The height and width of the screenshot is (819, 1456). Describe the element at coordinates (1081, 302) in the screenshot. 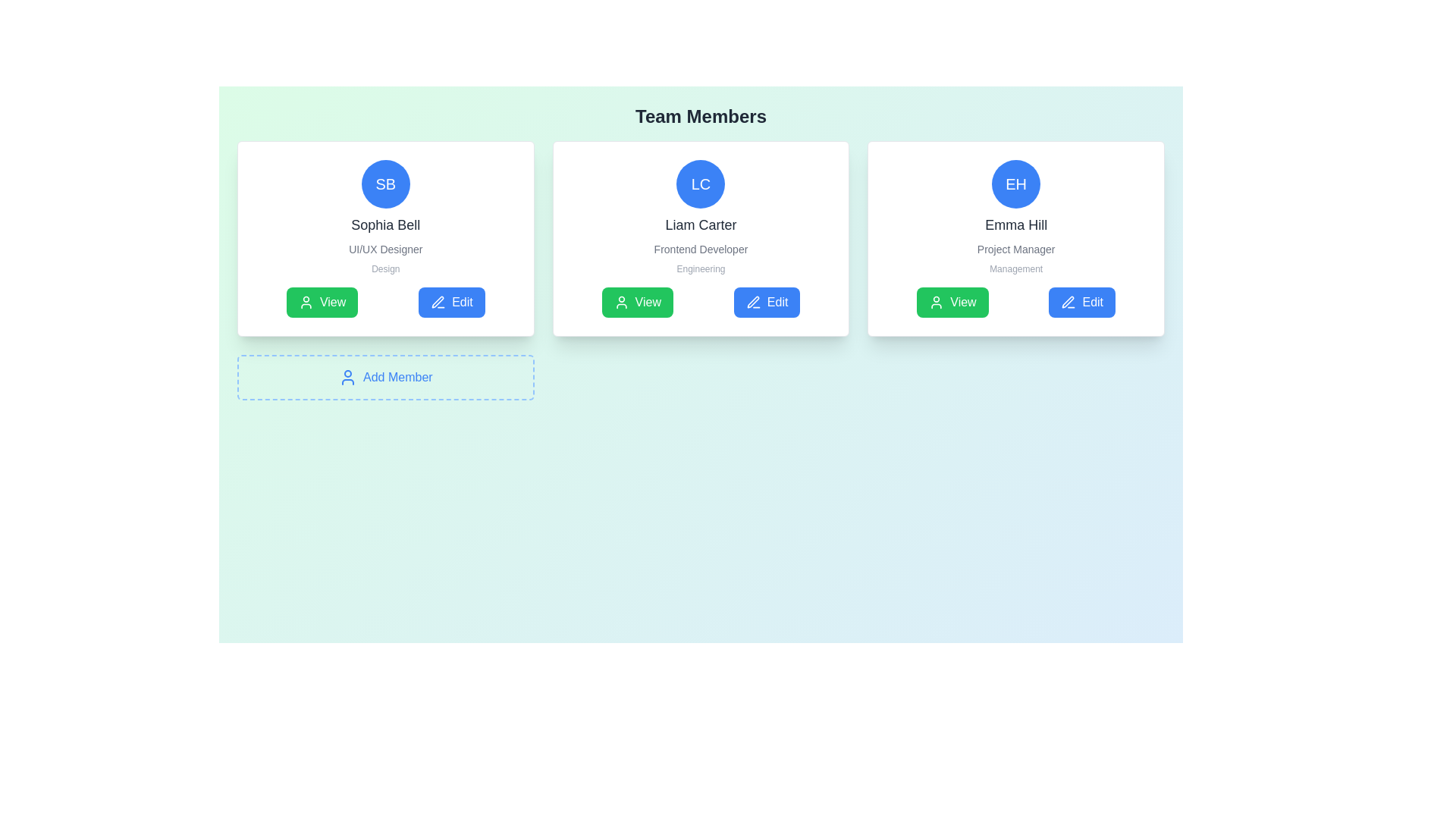

I see `the edit button located at the bottom right corner of the card section for 'Emma Hill'` at that location.